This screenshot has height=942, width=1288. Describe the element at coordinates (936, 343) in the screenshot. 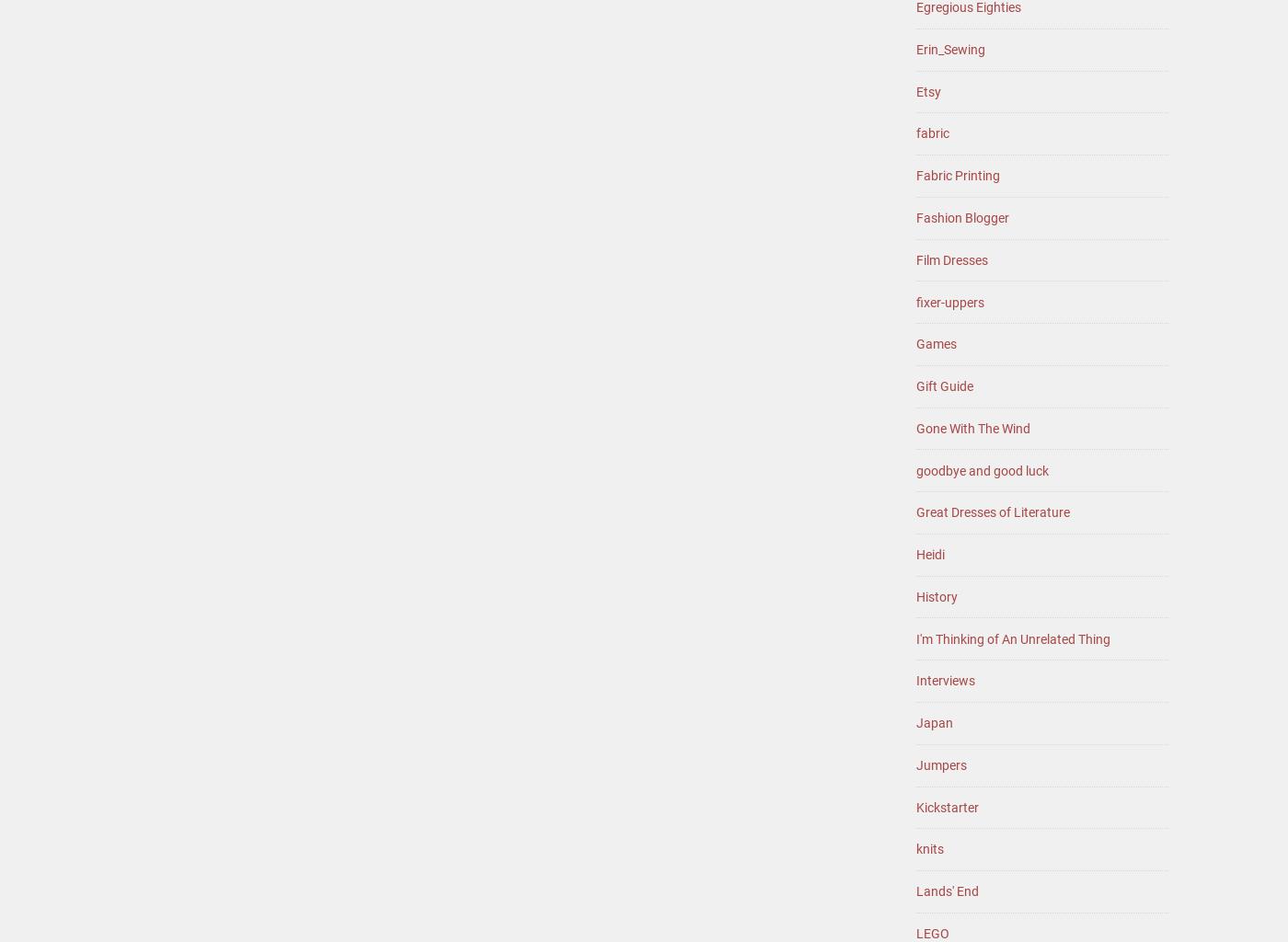

I see `'Games'` at that location.